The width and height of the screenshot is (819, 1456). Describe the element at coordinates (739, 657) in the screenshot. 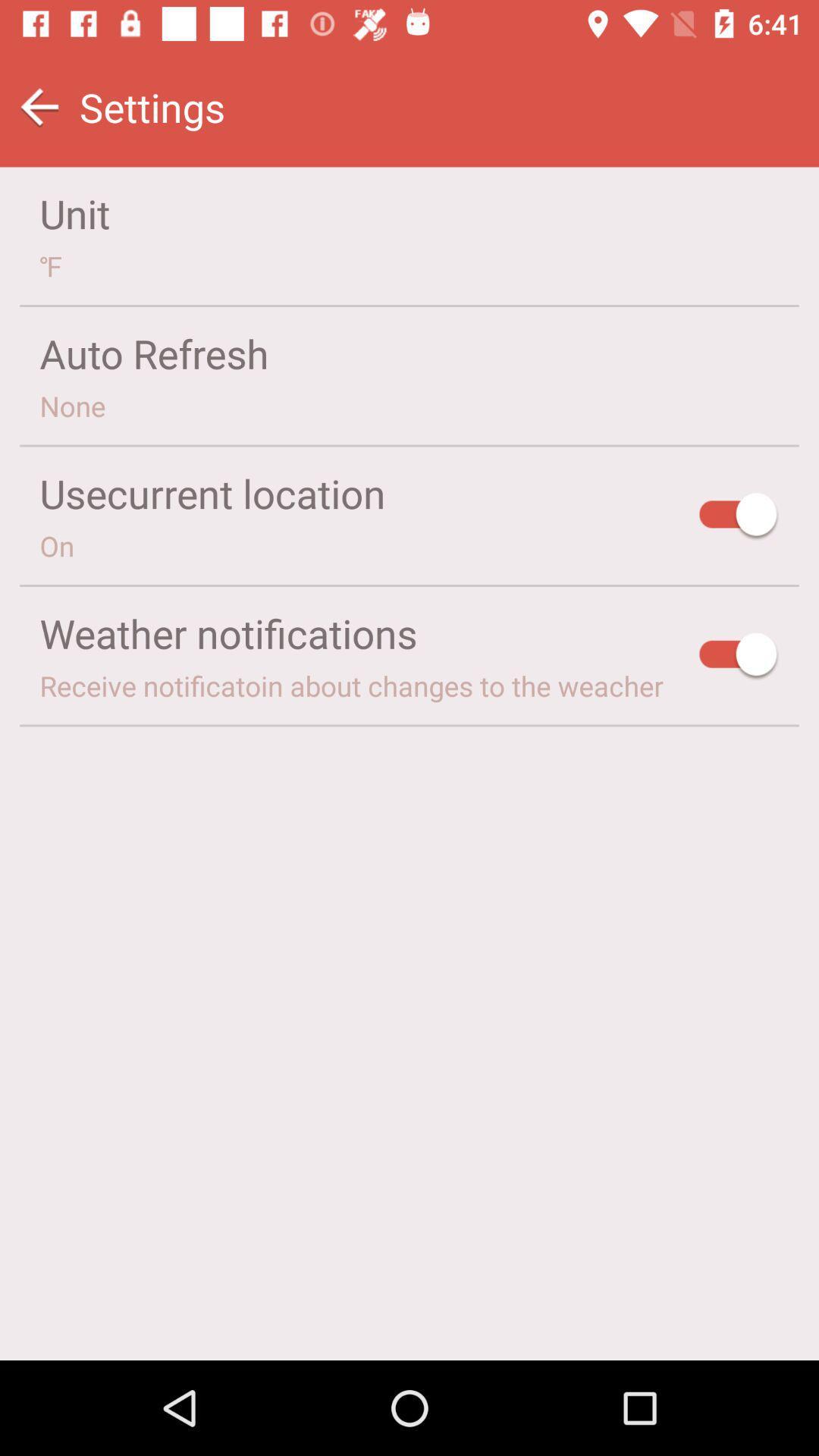

I see `the icon to the right of the weather notifications` at that location.